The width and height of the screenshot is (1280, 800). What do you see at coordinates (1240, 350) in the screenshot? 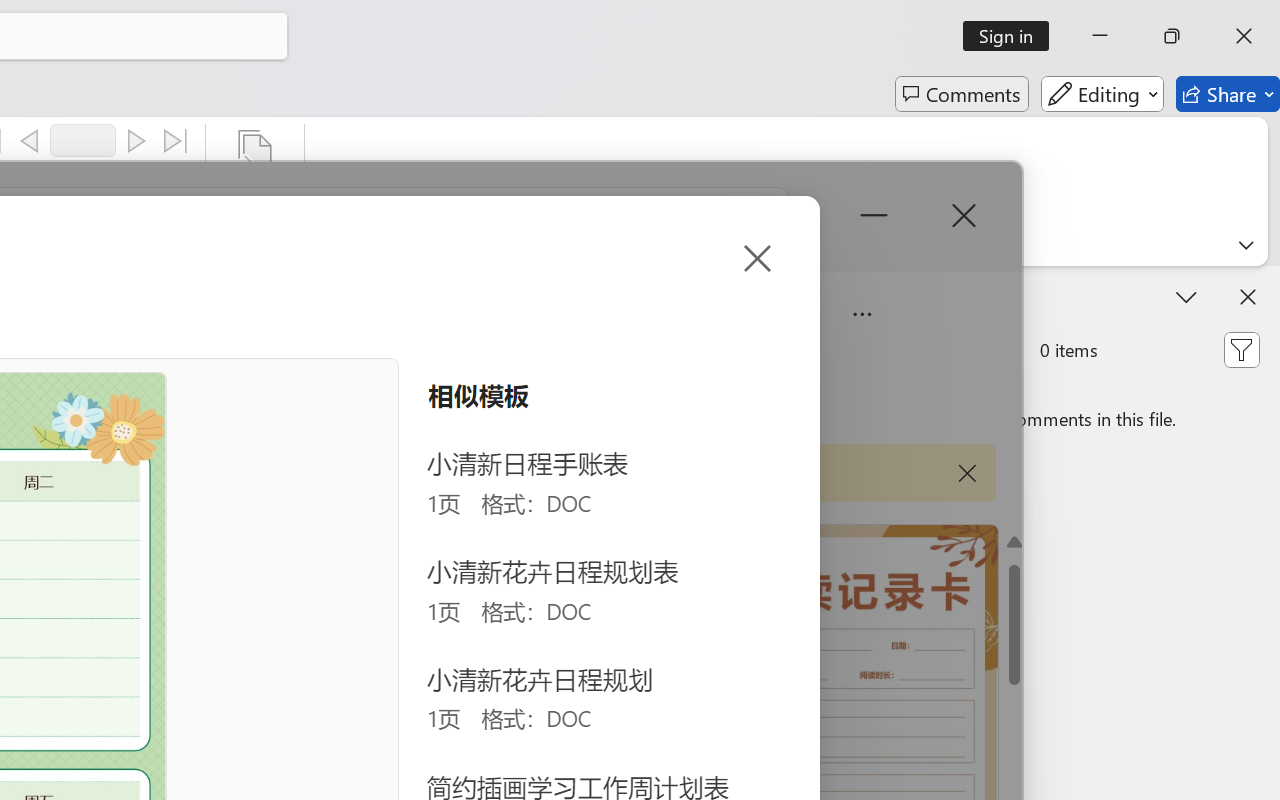
I see `'Filter'` at bounding box center [1240, 350].